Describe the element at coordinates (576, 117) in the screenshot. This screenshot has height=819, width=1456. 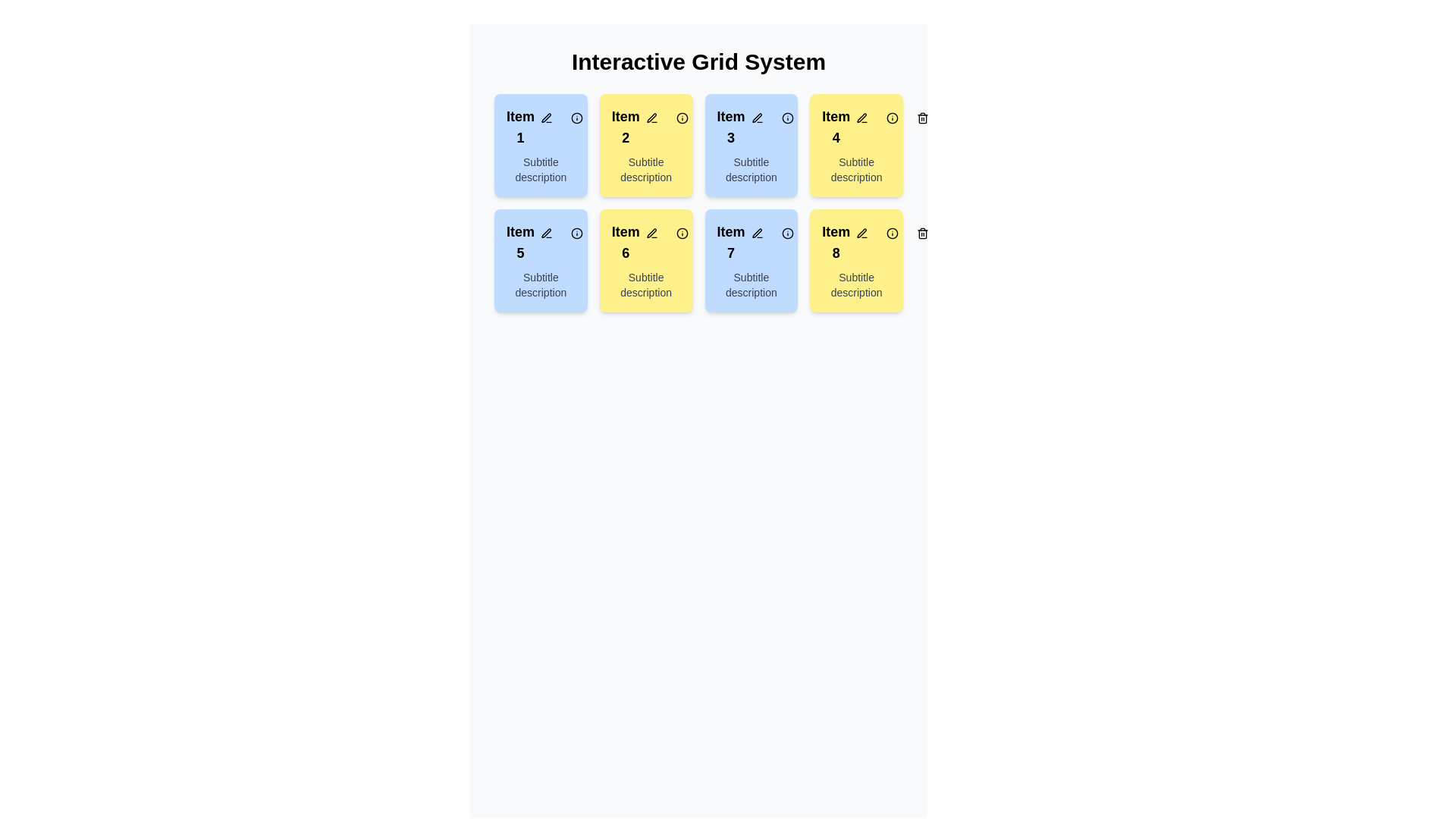
I see `the circular part of the information icon within the top-left card labeled 'Item 1' with a light blue background` at that location.